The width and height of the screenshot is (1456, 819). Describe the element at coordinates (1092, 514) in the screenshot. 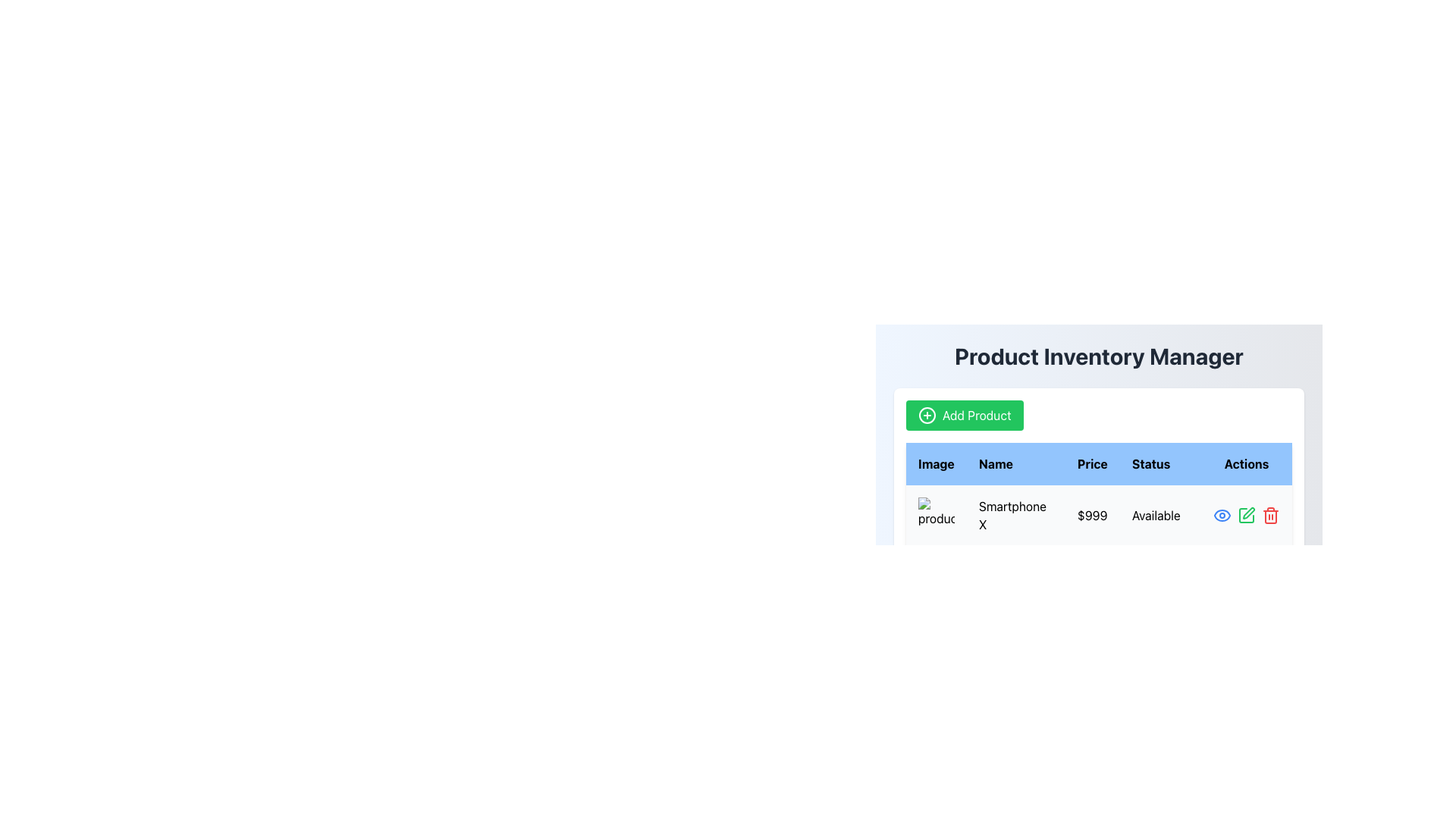

I see `the price text element for the 'Smartphone X' product, which displays the product's price in the price column of the product table` at that location.